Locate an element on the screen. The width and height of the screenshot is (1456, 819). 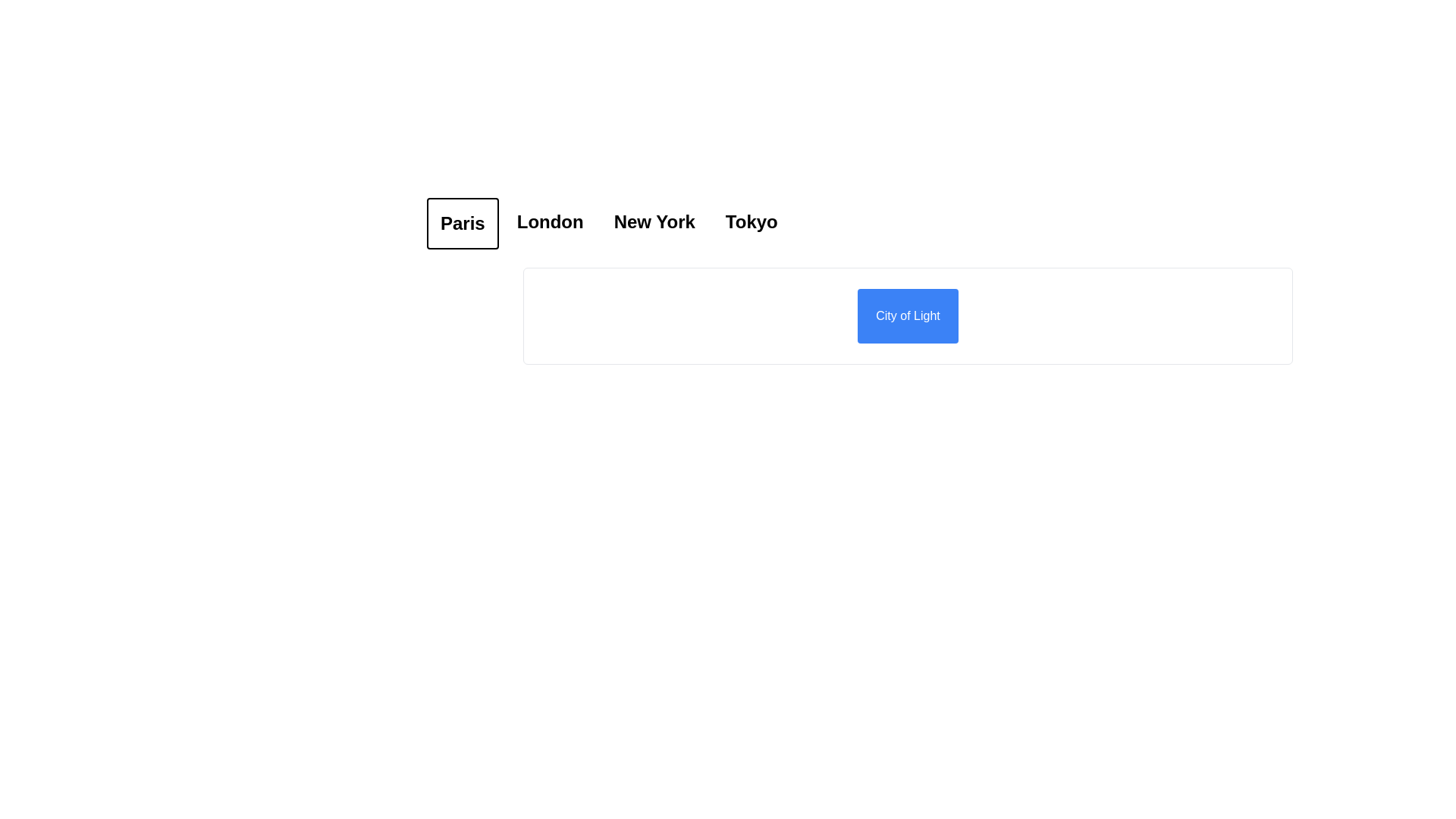
the text label displaying the city name 'Tokyo', which is the last item in a horizontally aligned list of city names is located at coordinates (752, 222).